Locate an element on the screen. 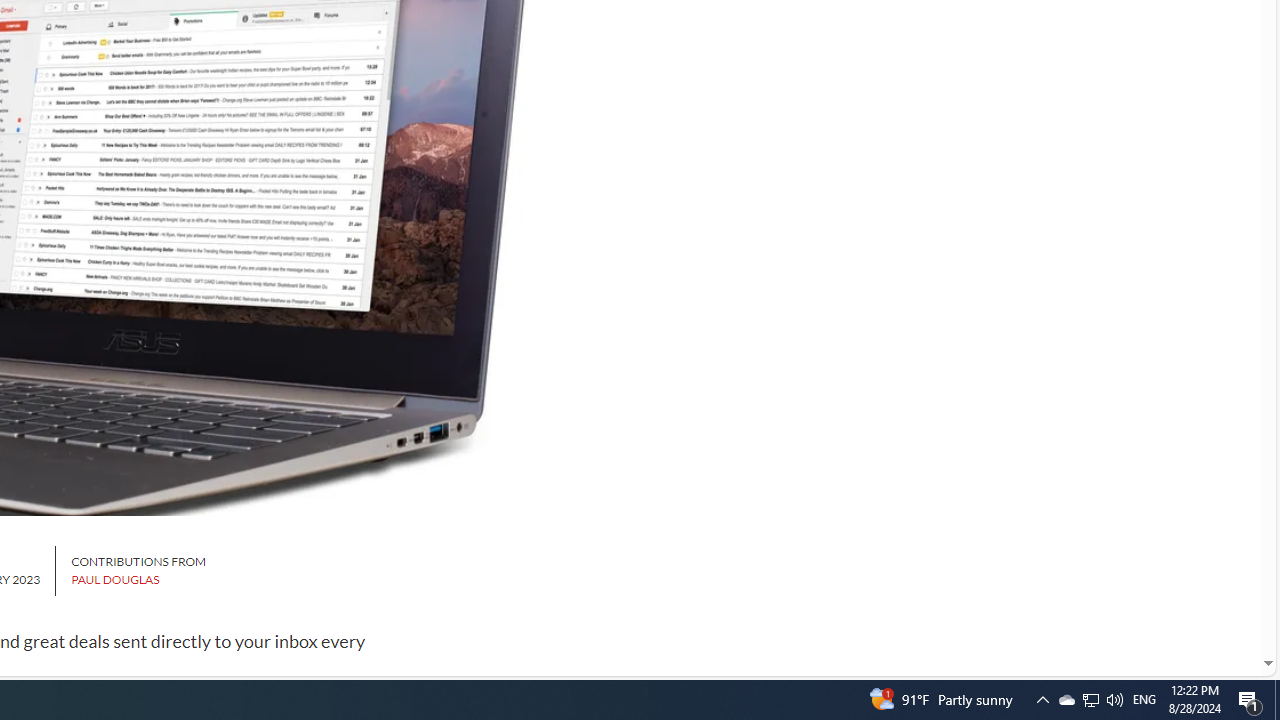 Image resolution: width=1280 pixels, height=720 pixels. 'PAUL DOUGLAS' is located at coordinates (114, 579).